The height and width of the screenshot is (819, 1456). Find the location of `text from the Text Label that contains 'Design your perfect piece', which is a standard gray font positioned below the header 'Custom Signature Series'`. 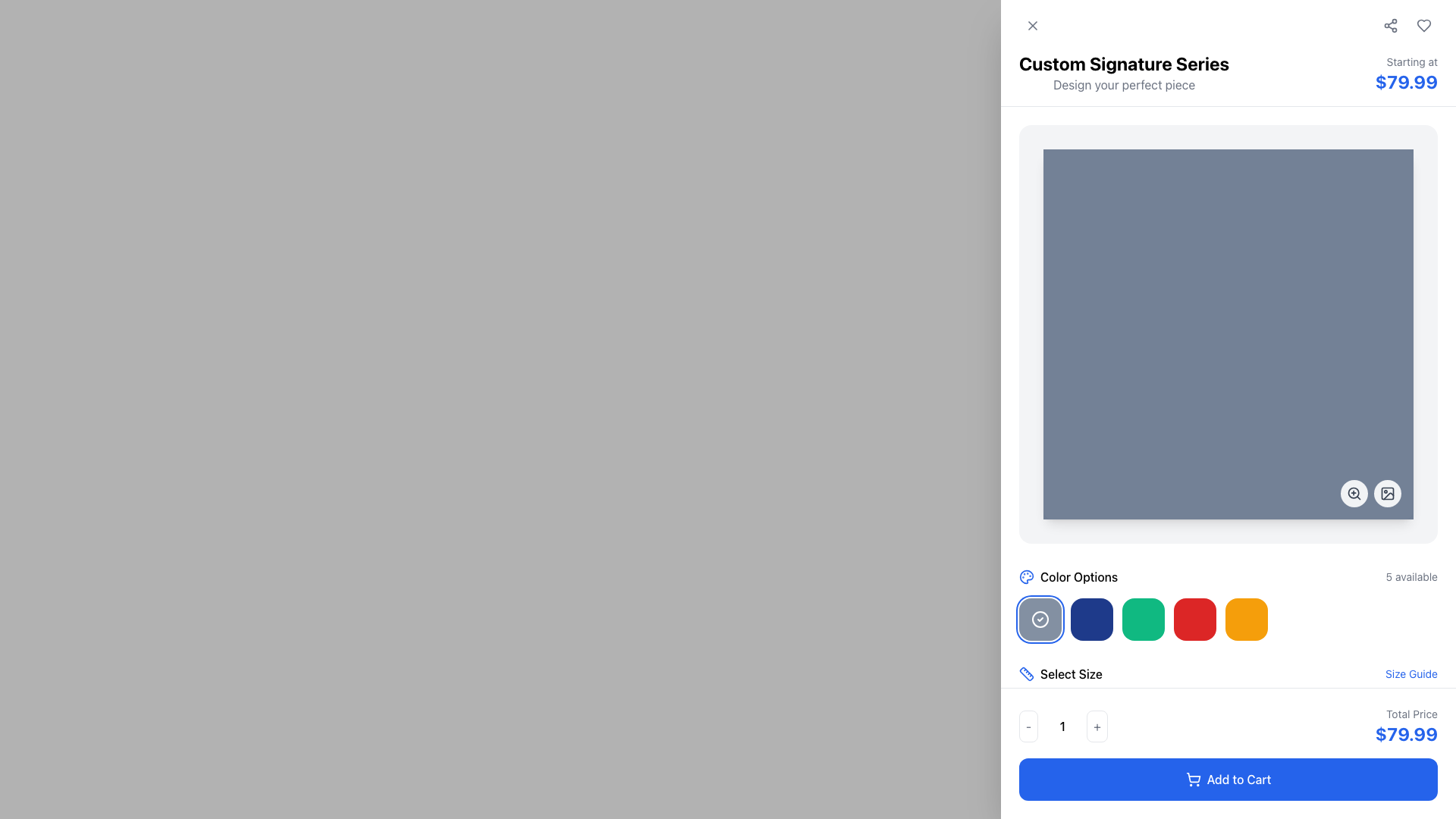

text from the Text Label that contains 'Design your perfect piece', which is a standard gray font positioned below the header 'Custom Signature Series' is located at coordinates (1124, 84).